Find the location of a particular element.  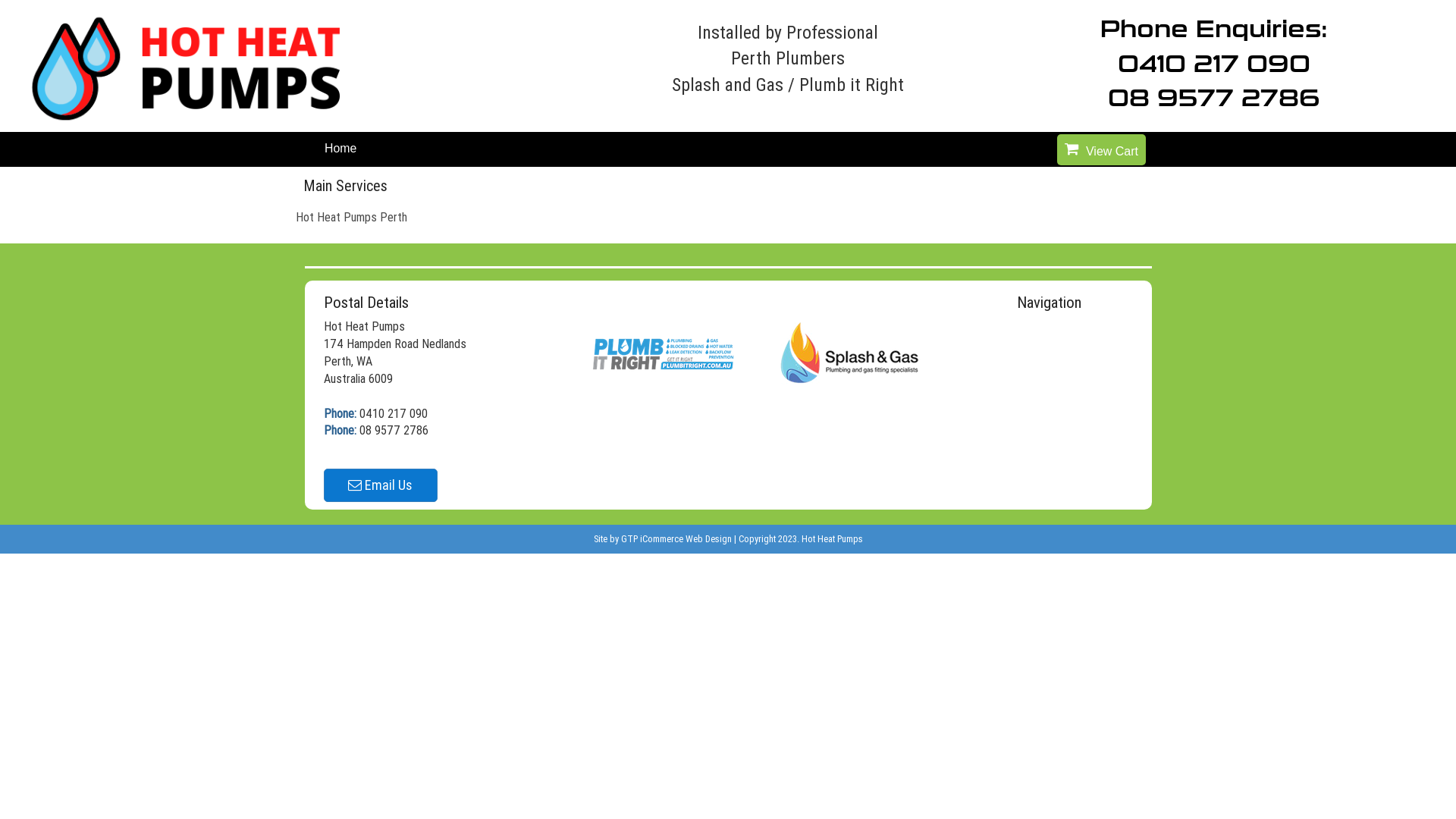

'Splash and Gas' is located at coordinates (848, 350).